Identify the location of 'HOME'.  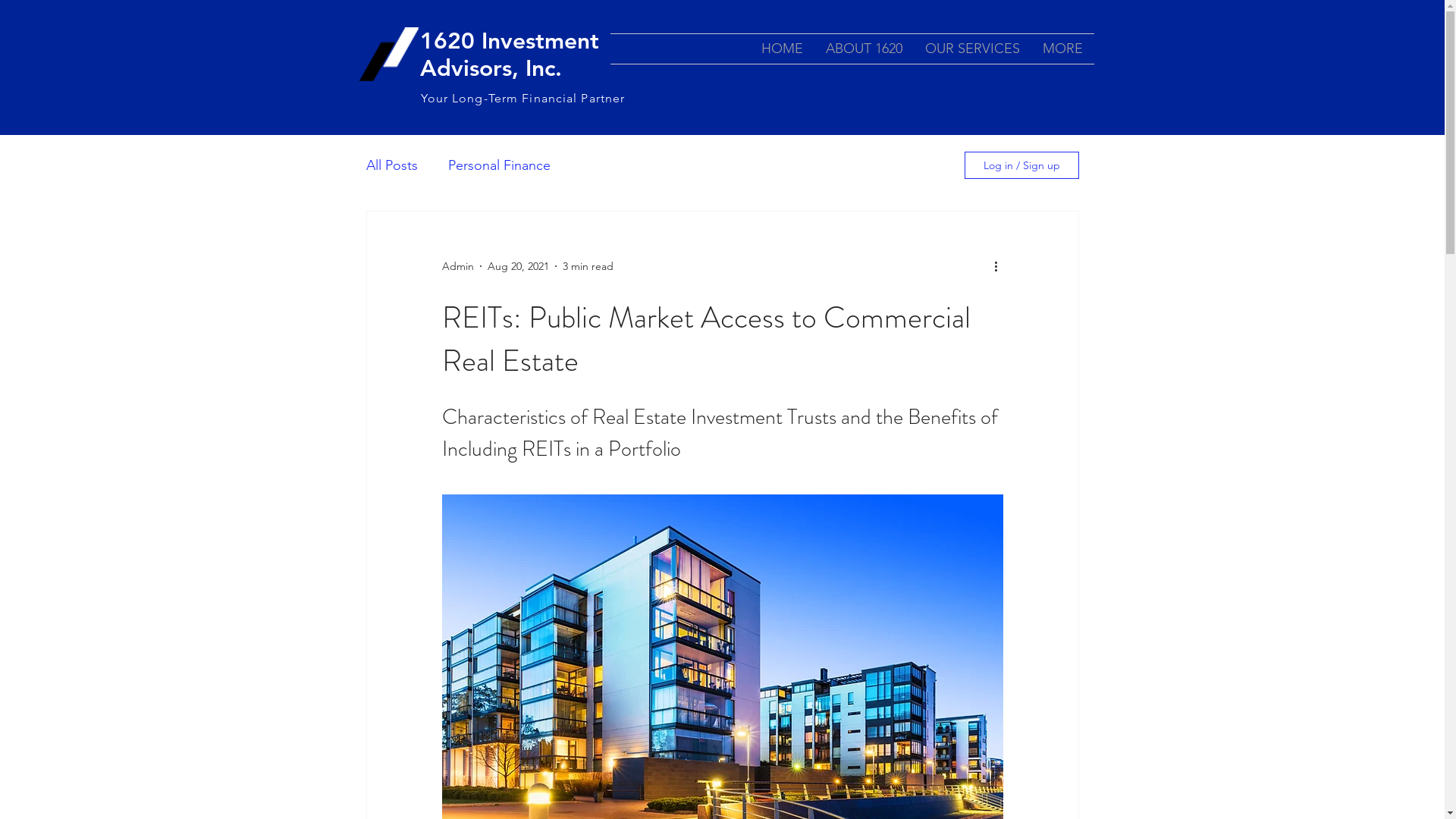
(749, 48).